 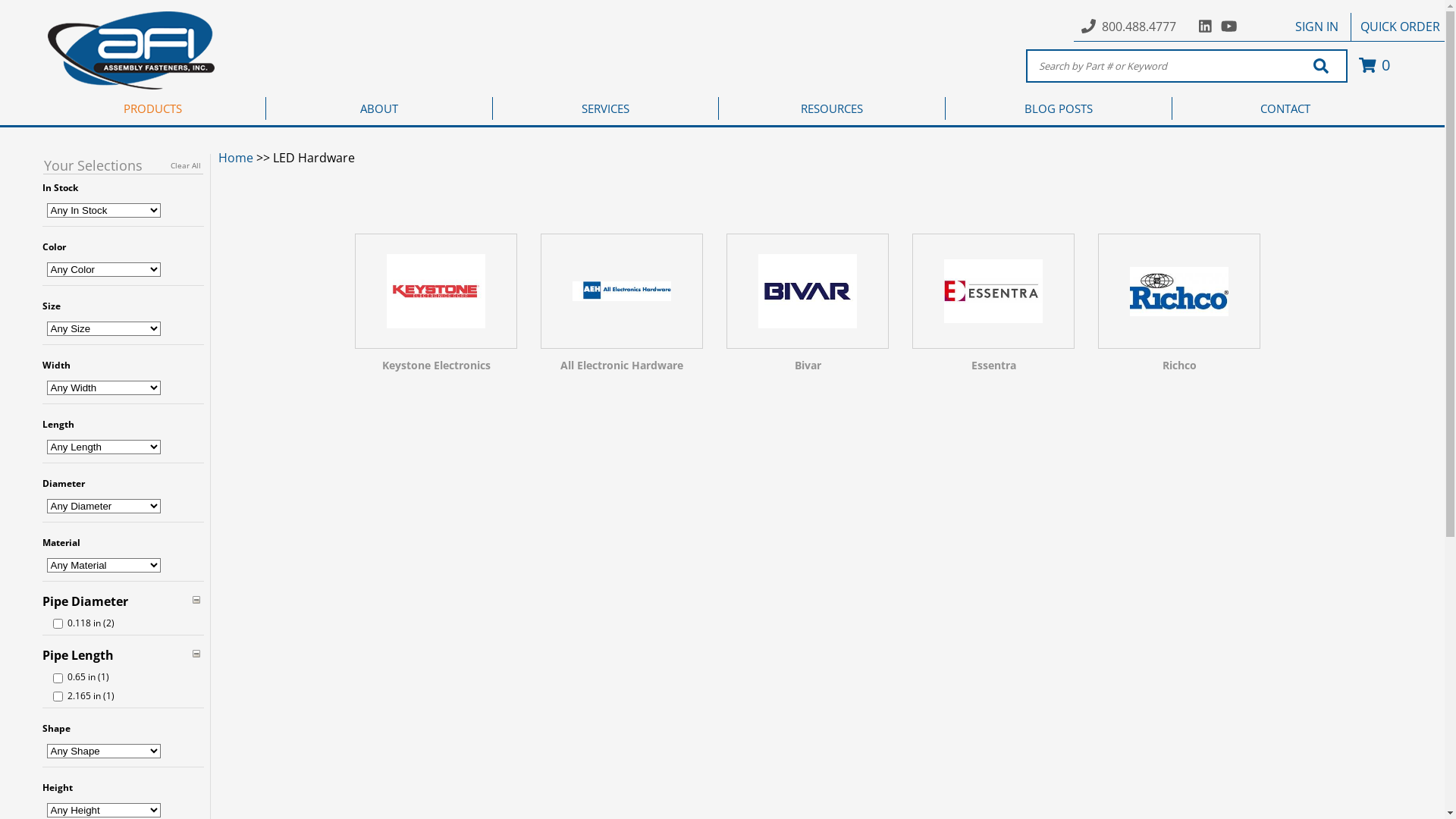 I want to click on 'Keystone Electronics', so click(x=435, y=307).